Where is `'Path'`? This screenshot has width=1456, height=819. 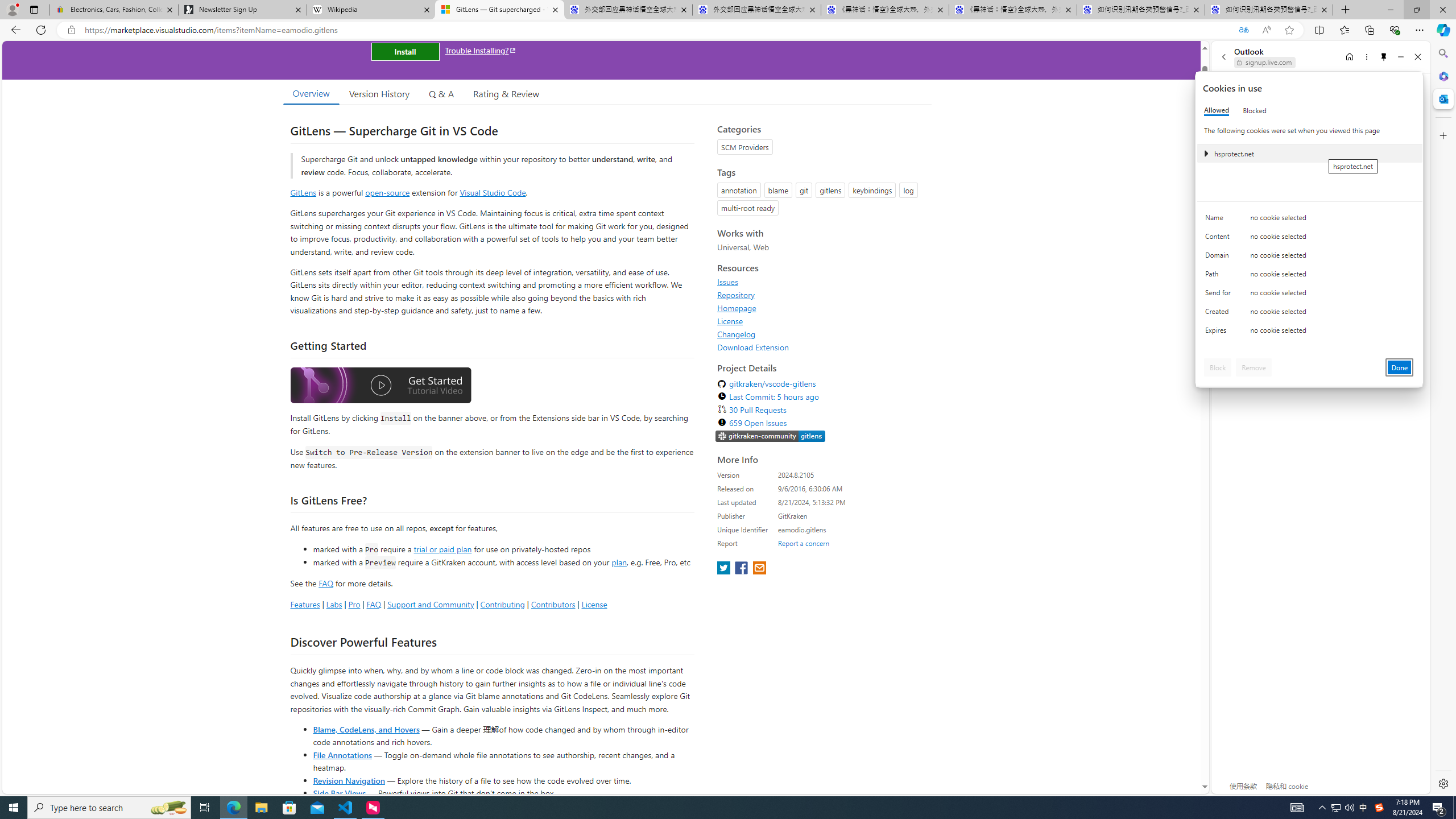 'Path' is located at coordinates (1219, 276).